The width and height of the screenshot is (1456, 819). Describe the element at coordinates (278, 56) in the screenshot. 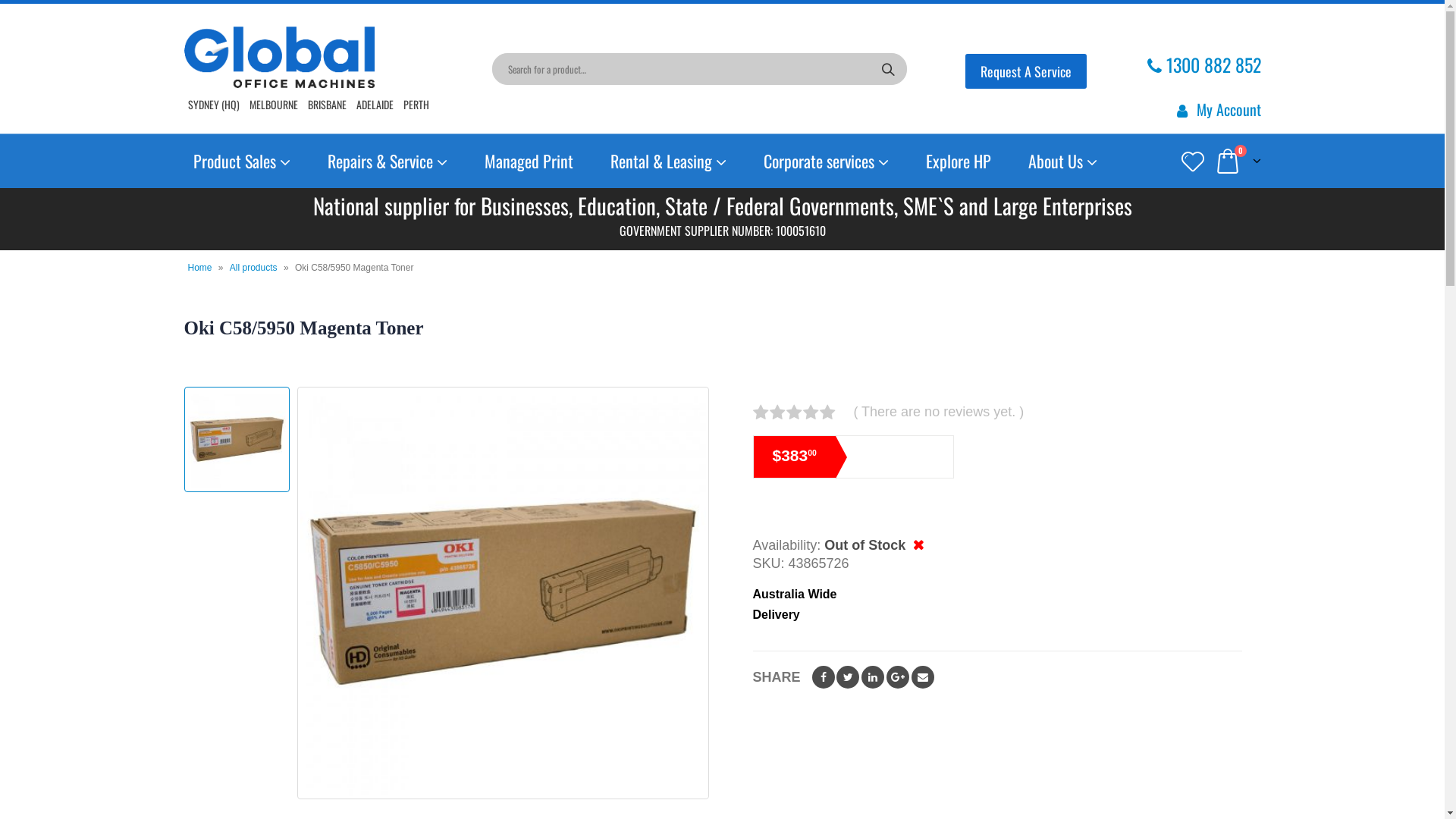

I see `'Global Office Machines - '` at that location.